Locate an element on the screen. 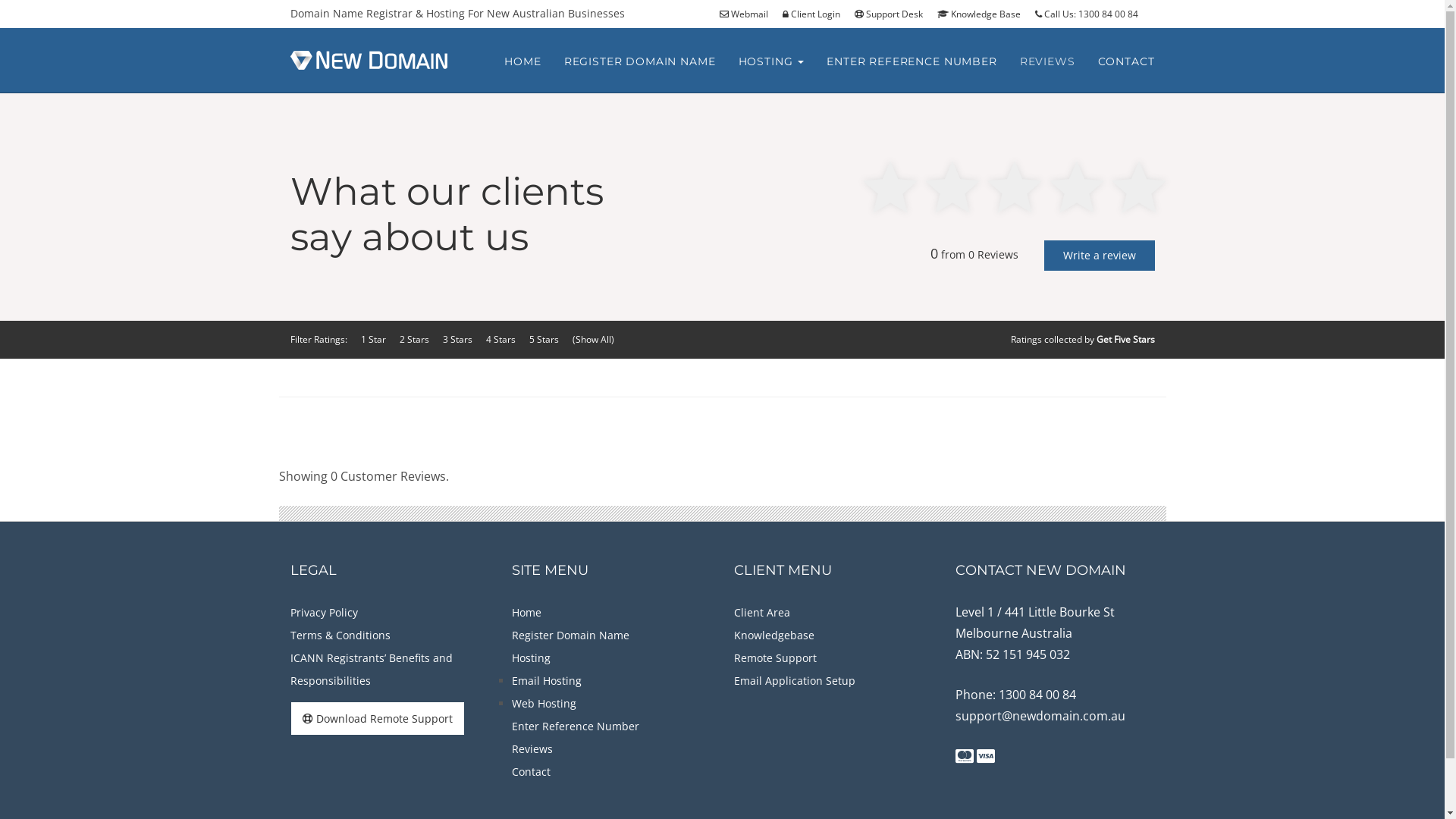 Image resolution: width=1456 pixels, height=819 pixels. 'Enter Reference Number' is located at coordinates (512, 725).